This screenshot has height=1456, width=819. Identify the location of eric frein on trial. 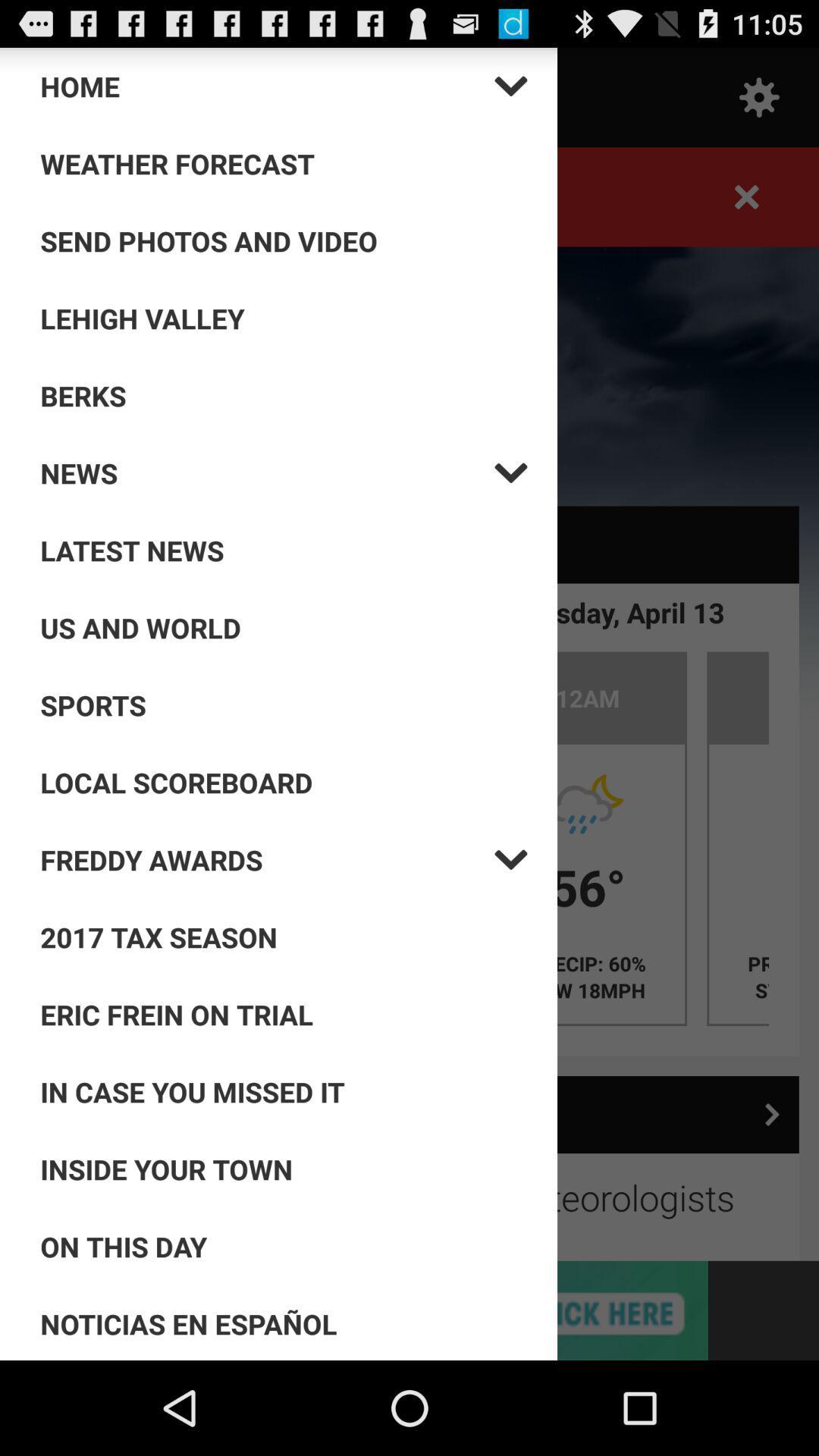
(284, 1015).